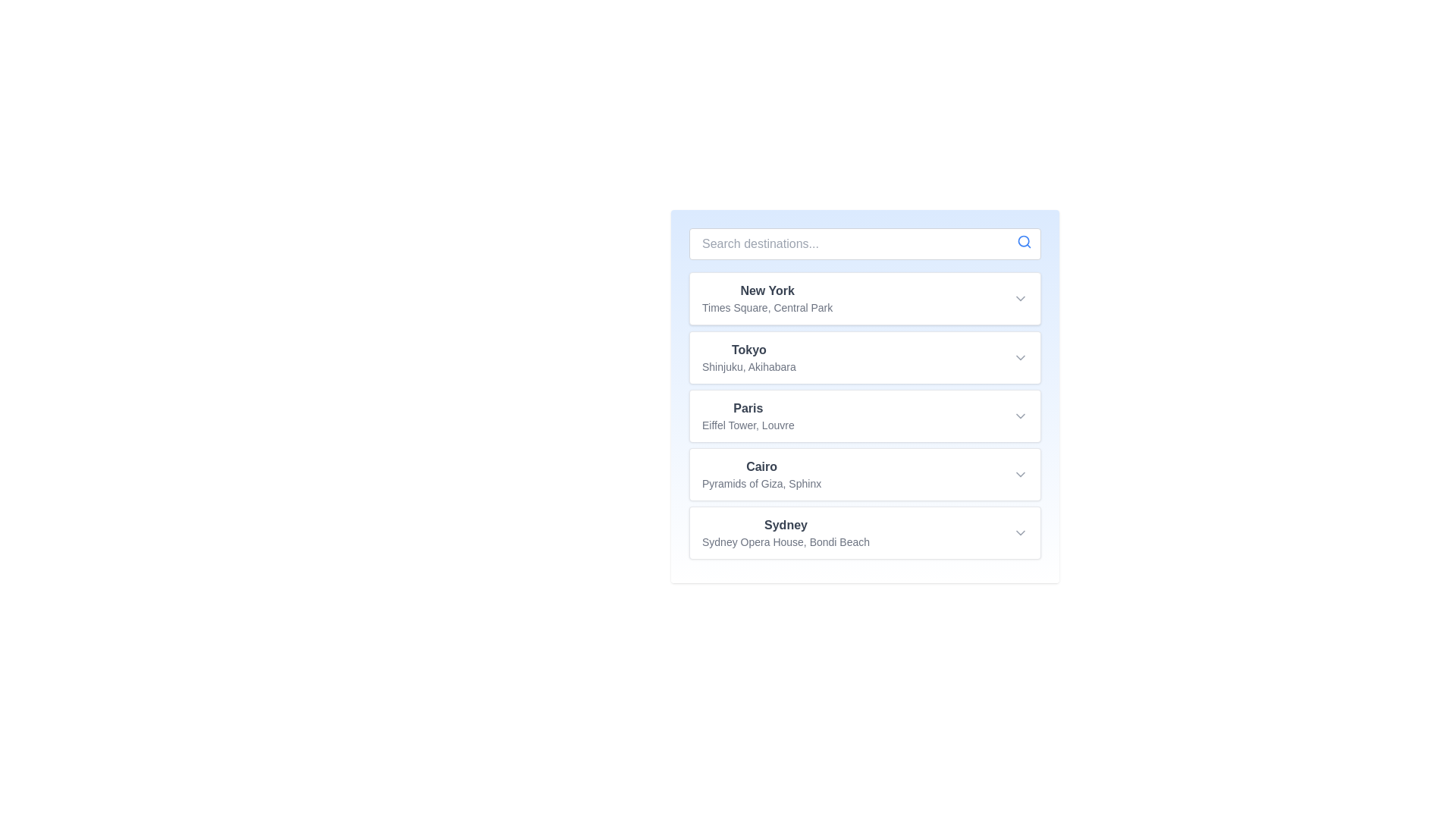  Describe the element at coordinates (865, 298) in the screenshot. I see `to select the first item in the vertically arranged selectable list representing 'New York' with associated details 'Times Square, Central Park'` at that location.